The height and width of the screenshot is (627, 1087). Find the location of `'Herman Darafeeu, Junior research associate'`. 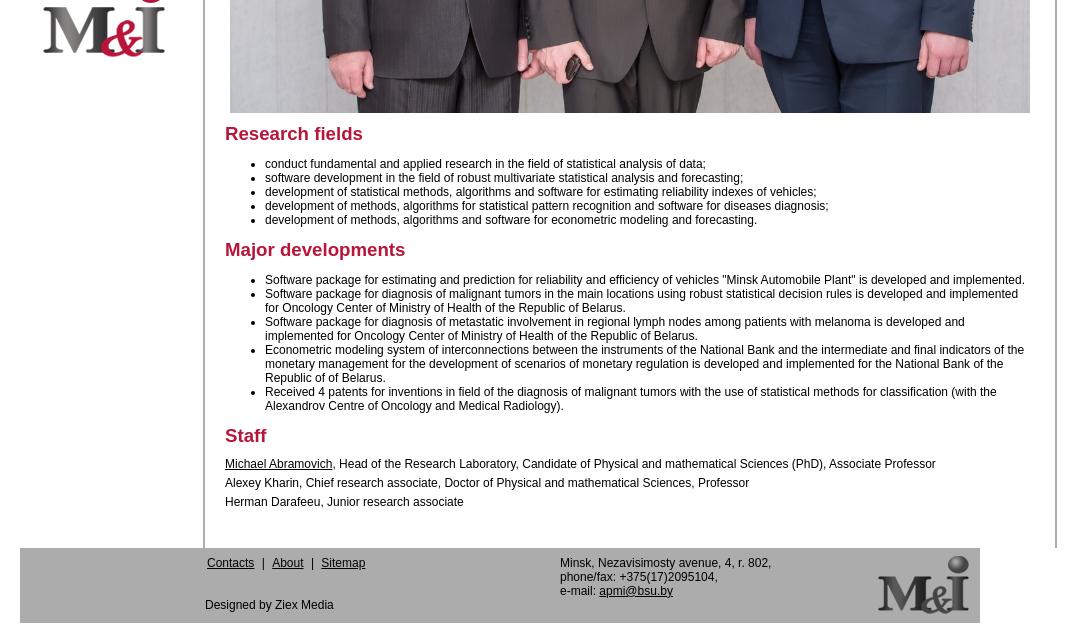

'Herman Darafeeu, Junior research associate' is located at coordinates (343, 500).